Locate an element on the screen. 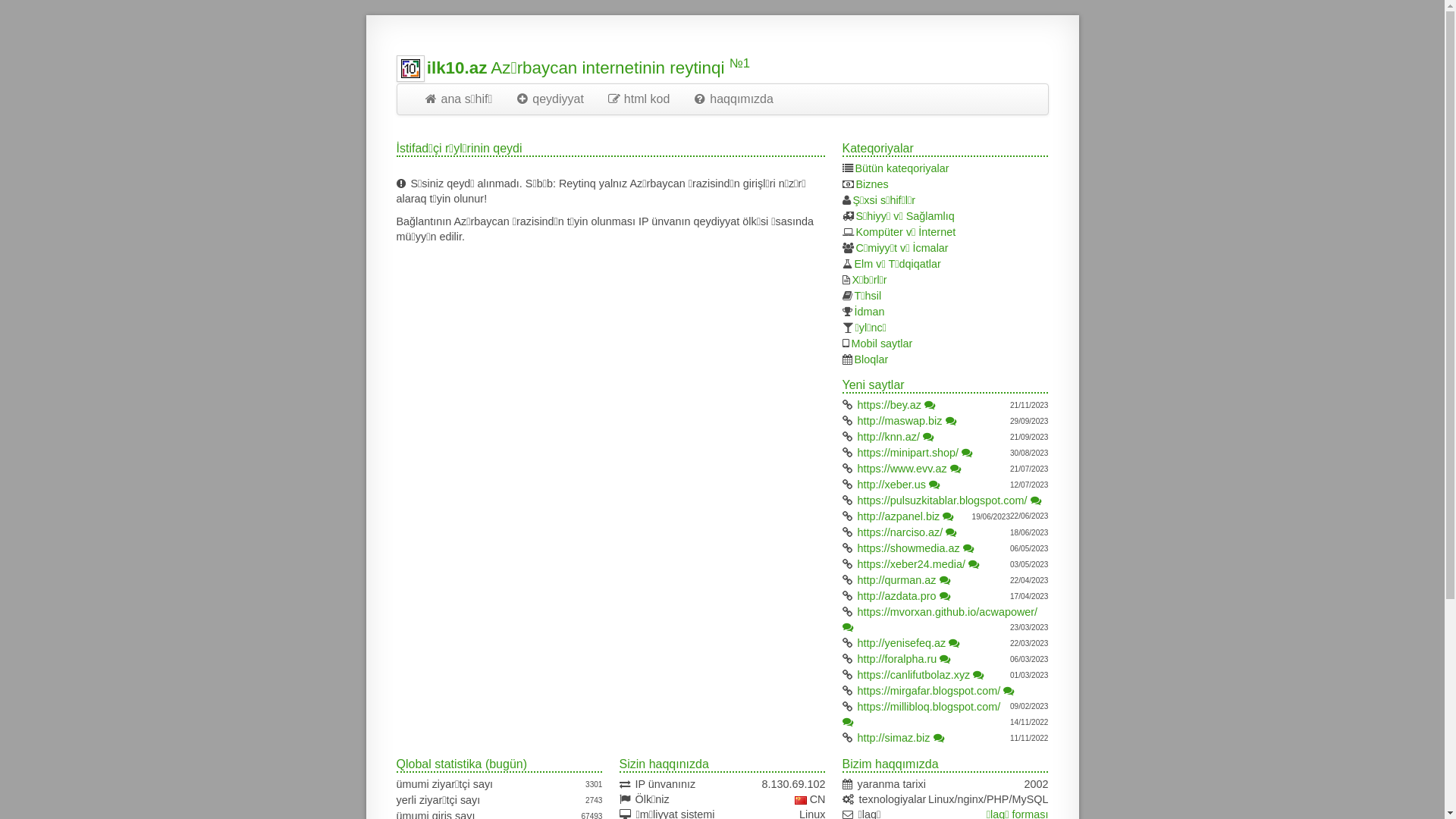 This screenshot has height=819, width=1456. 'https://pulsuzkitablar.blogspot.com/' is located at coordinates (942, 500).